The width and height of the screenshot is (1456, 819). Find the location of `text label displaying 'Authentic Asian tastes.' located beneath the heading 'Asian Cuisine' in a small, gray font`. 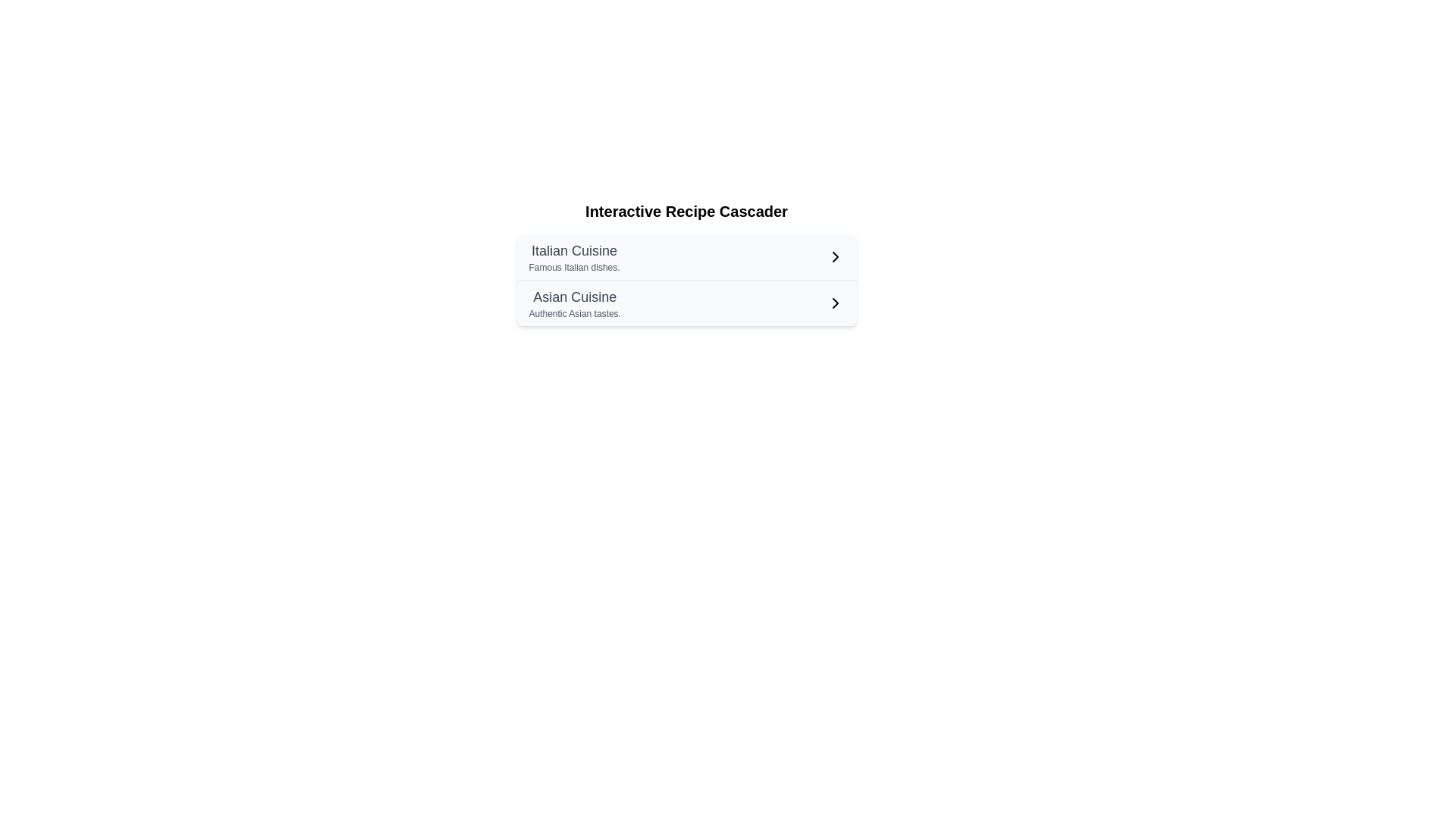

text label displaying 'Authentic Asian tastes.' located beneath the heading 'Asian Cuisine' in a small, gray font is located at coordinates (574, 312).